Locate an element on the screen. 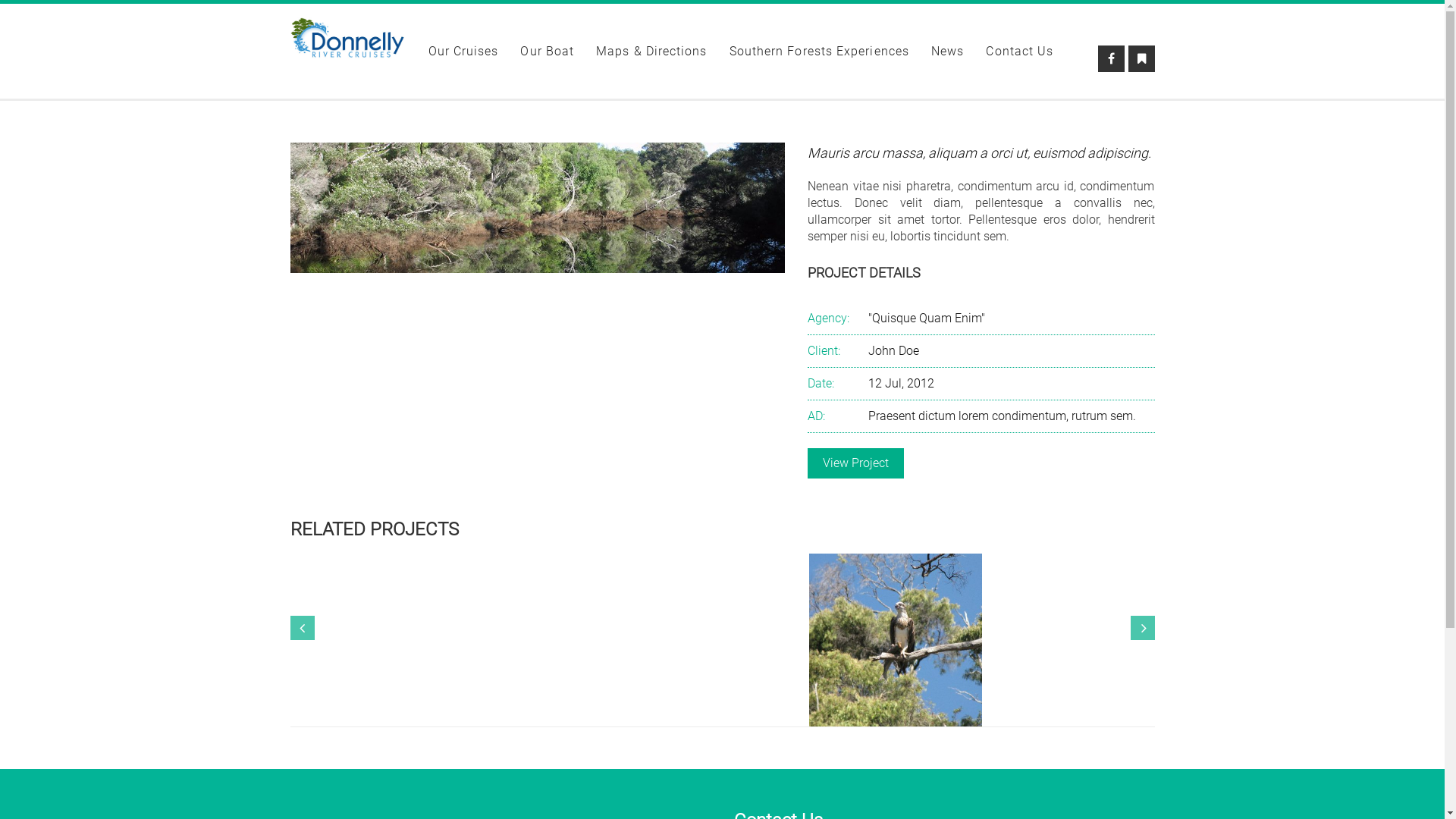  'Southern Forests Experiences' is located at coordinates (818, 52).